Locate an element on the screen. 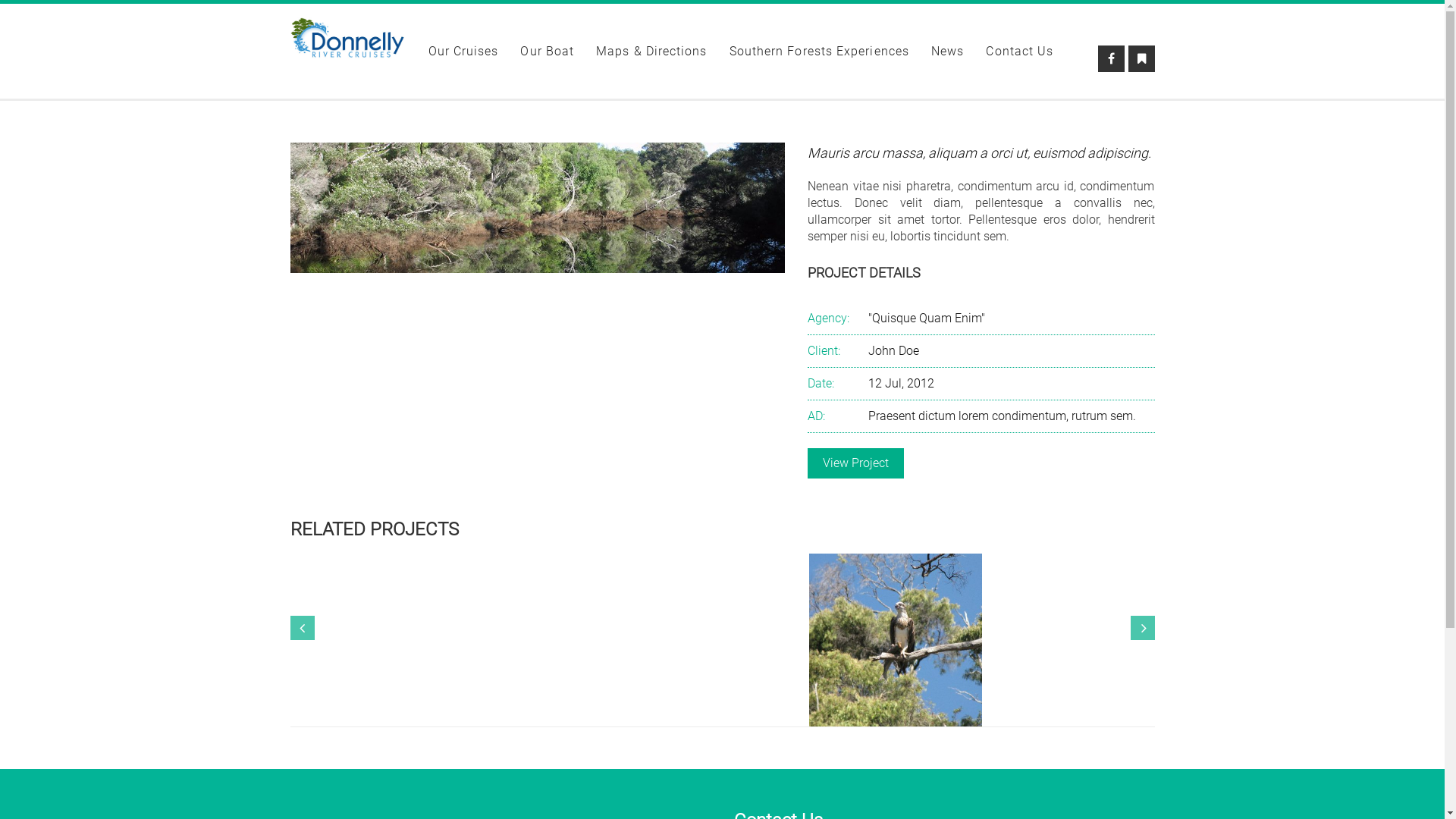  'Southern Forests Experiences' is located at coordinates (818, 52).